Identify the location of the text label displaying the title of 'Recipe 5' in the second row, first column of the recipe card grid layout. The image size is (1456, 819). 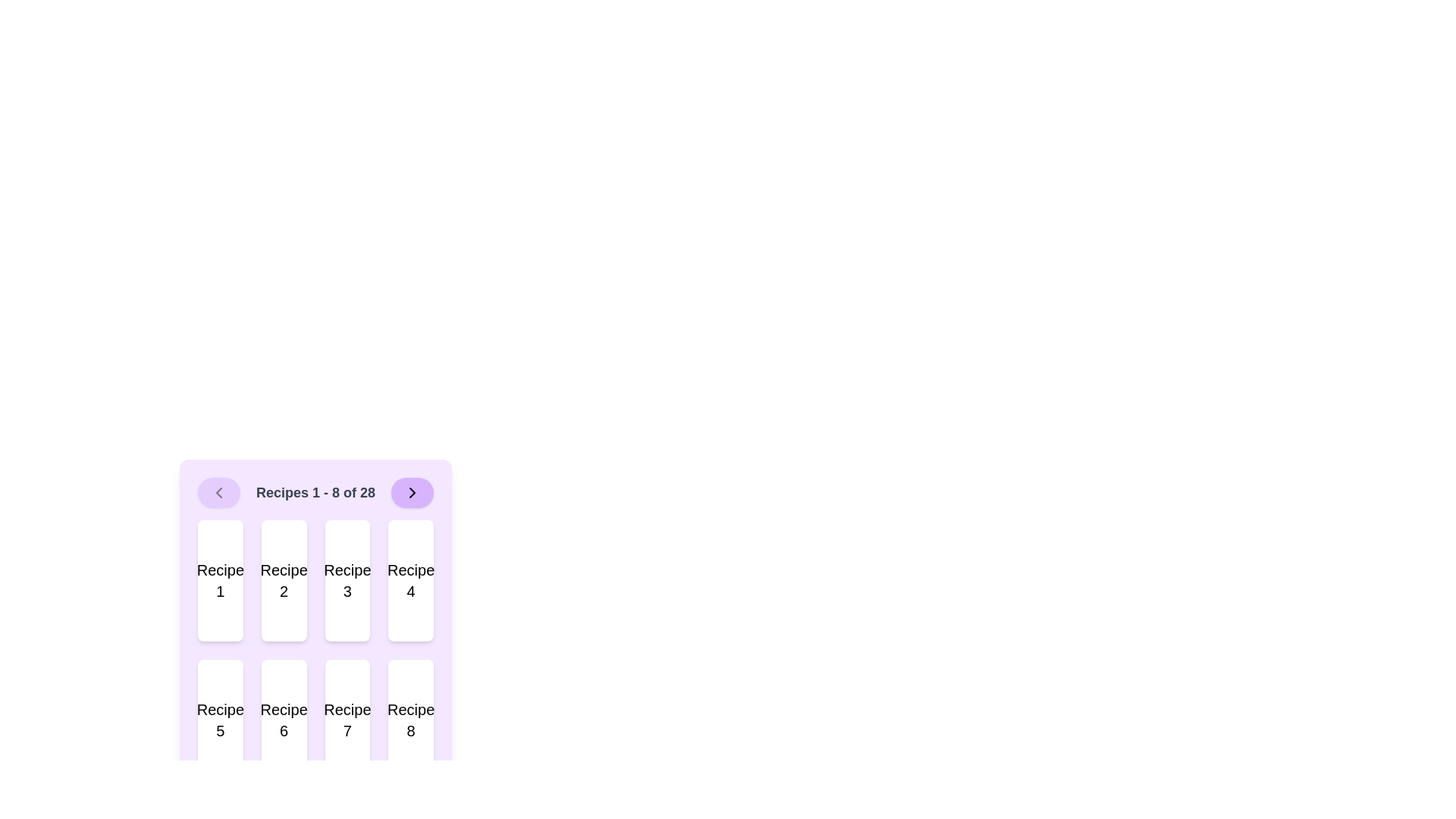
(219, 719).